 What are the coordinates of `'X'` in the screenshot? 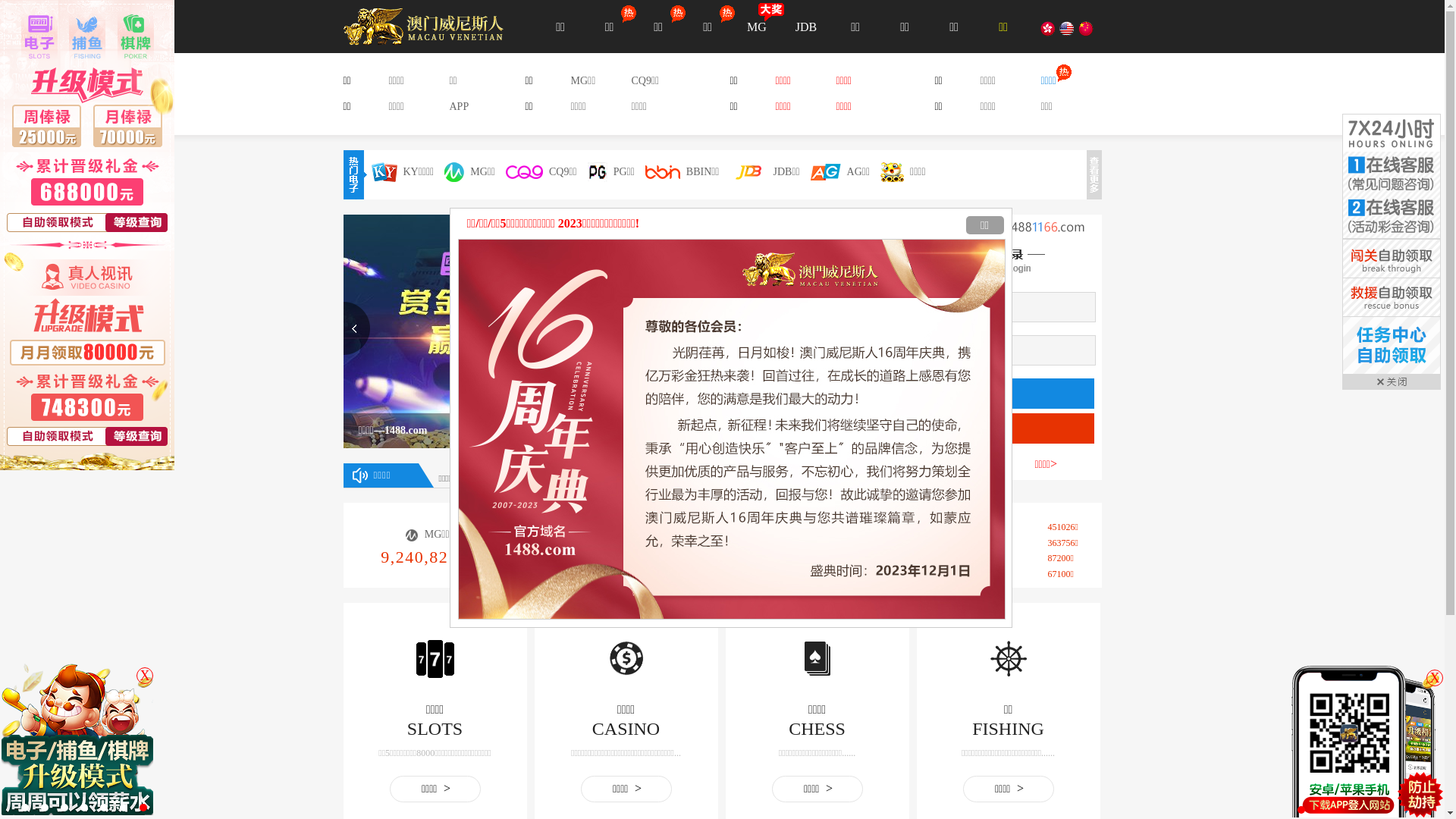 It's located at (145, 675).